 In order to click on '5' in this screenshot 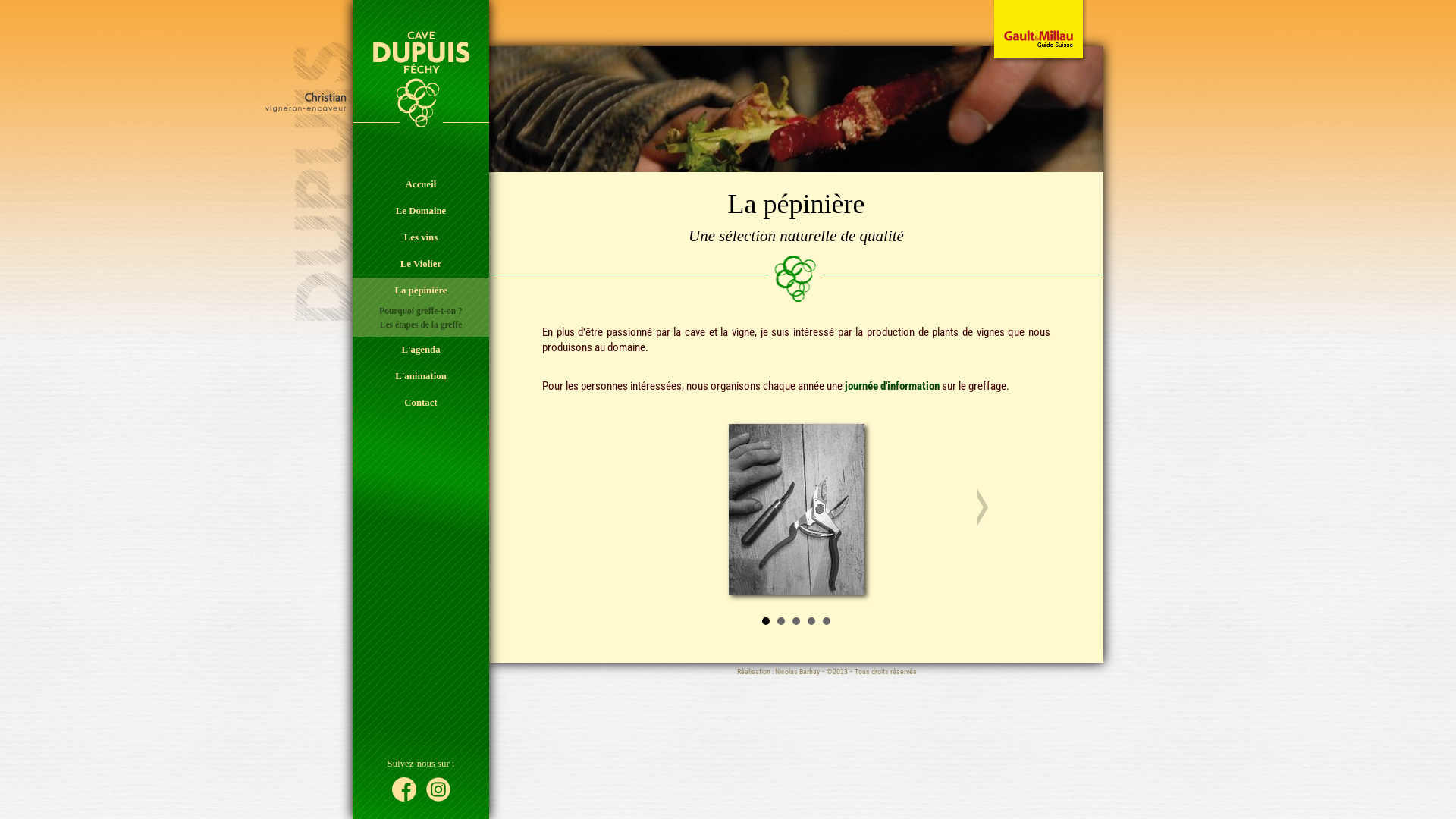, I will do `click(825, 620)`.